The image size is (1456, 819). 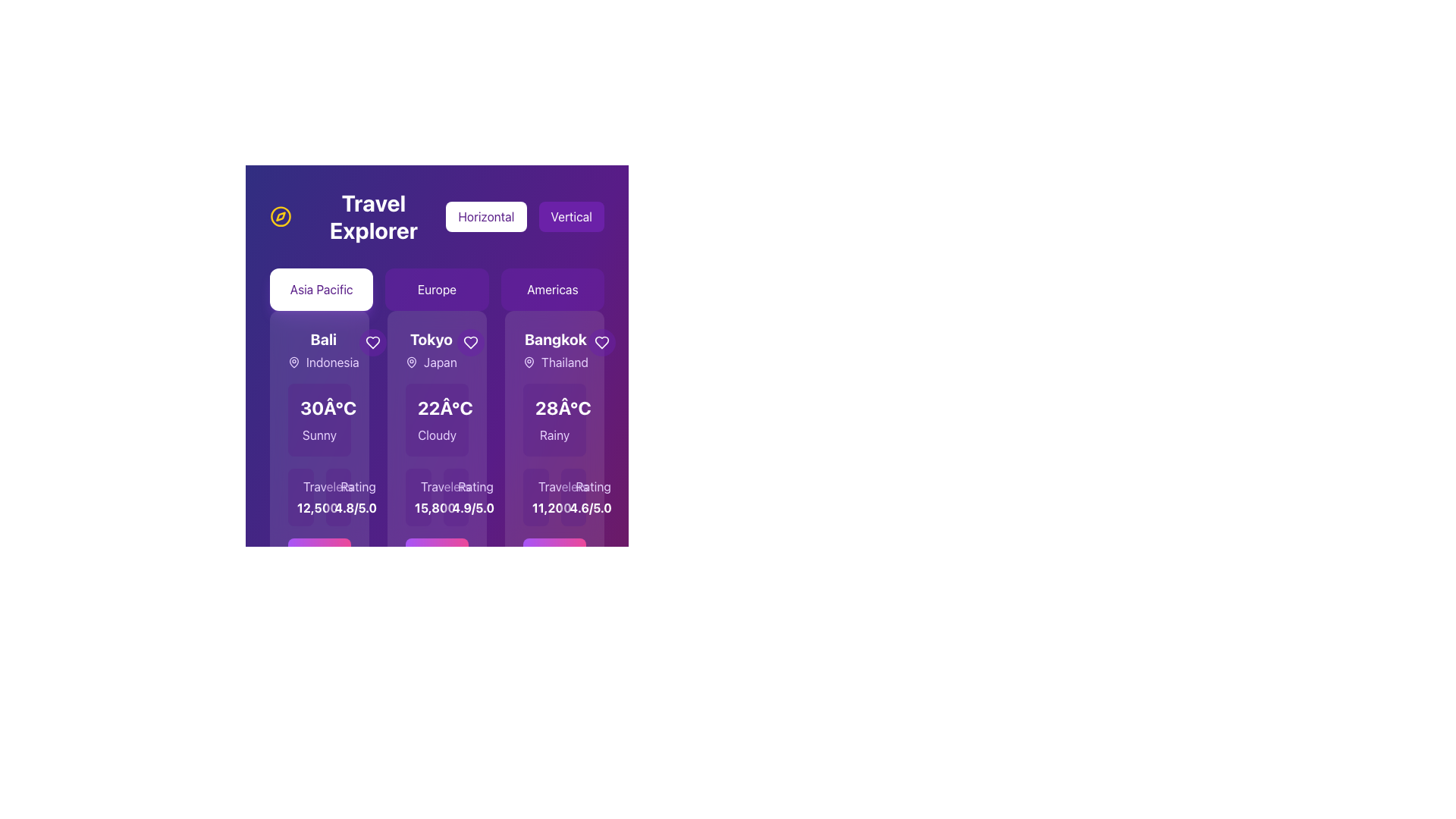 I want to click on the label that indicates the rating information for the Bangkok section, which is positioned above the numerical rating score, so click(x=592, y=486).